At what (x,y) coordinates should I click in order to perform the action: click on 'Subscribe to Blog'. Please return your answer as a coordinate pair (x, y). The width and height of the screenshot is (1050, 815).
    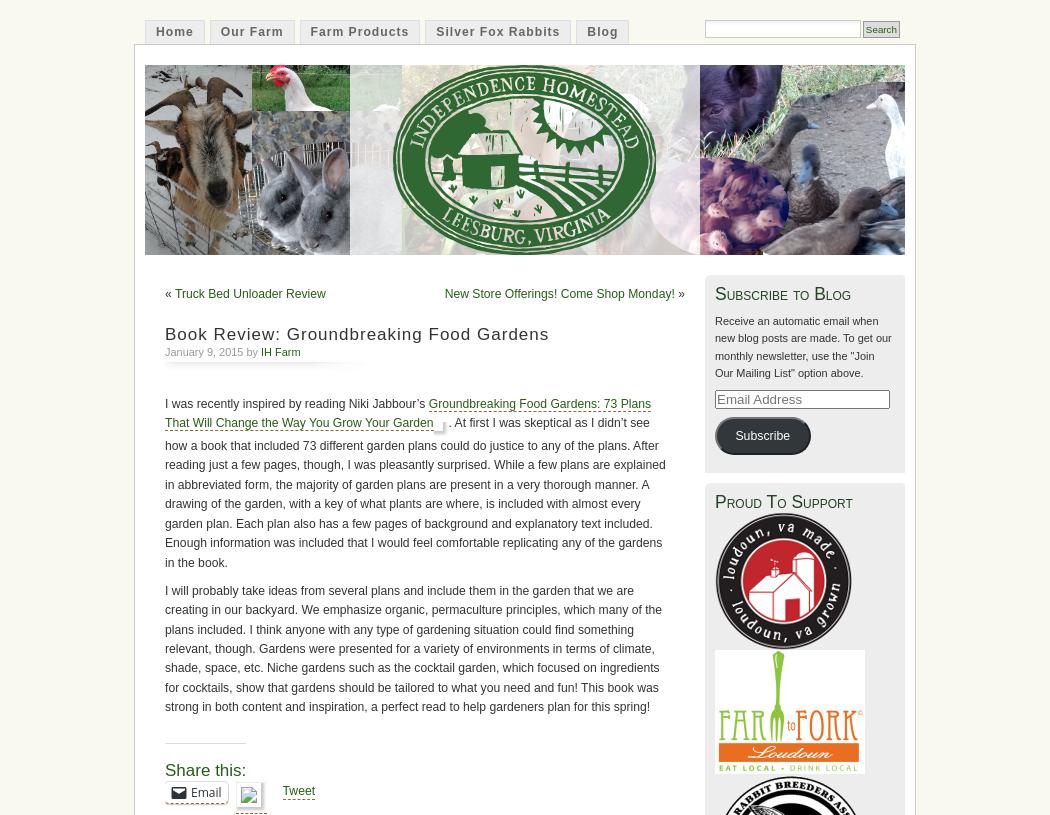
    Looking at the image, I should click on (782, 292).